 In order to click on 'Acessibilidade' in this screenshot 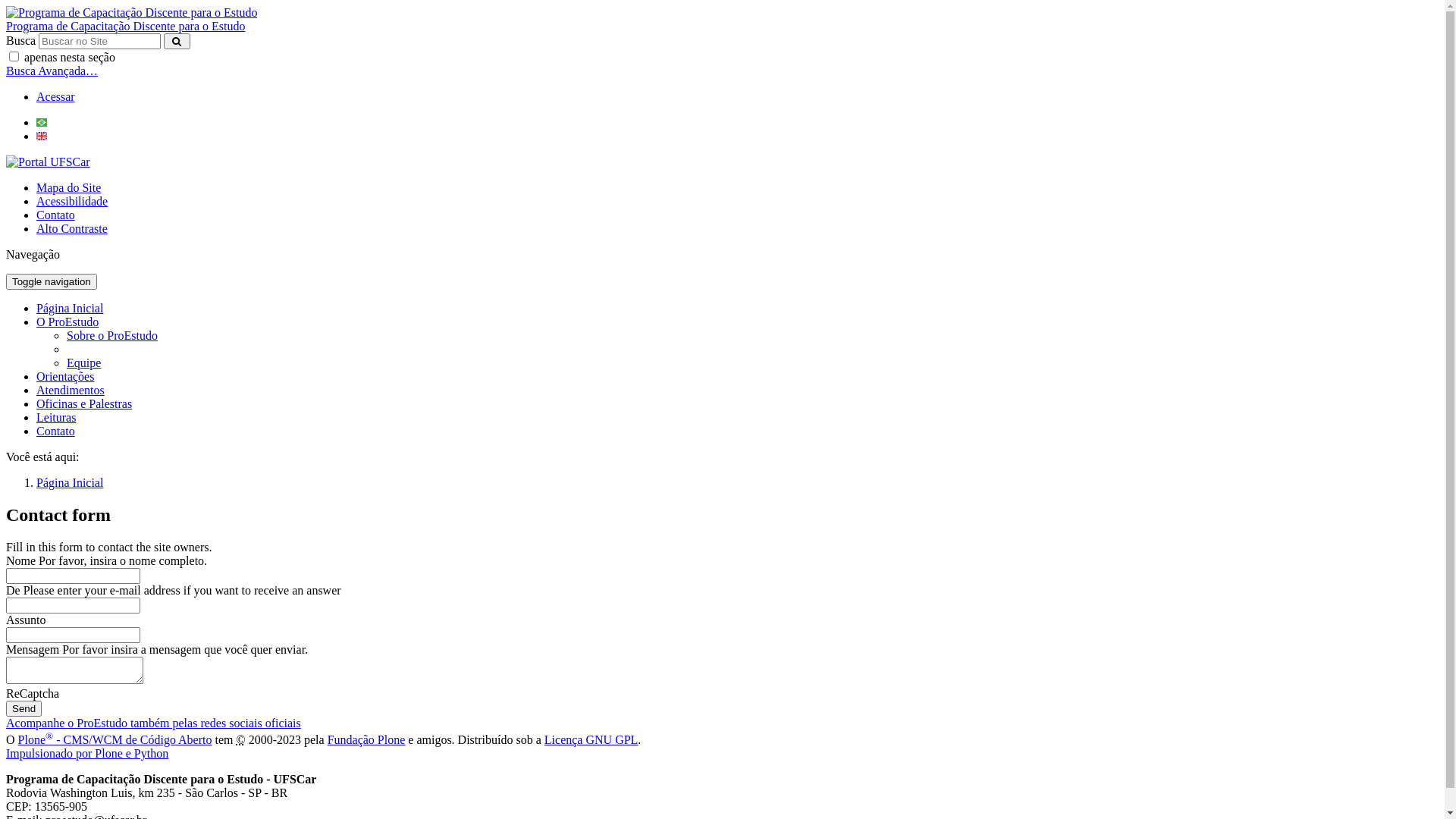, I will do `click(36, 200)`.